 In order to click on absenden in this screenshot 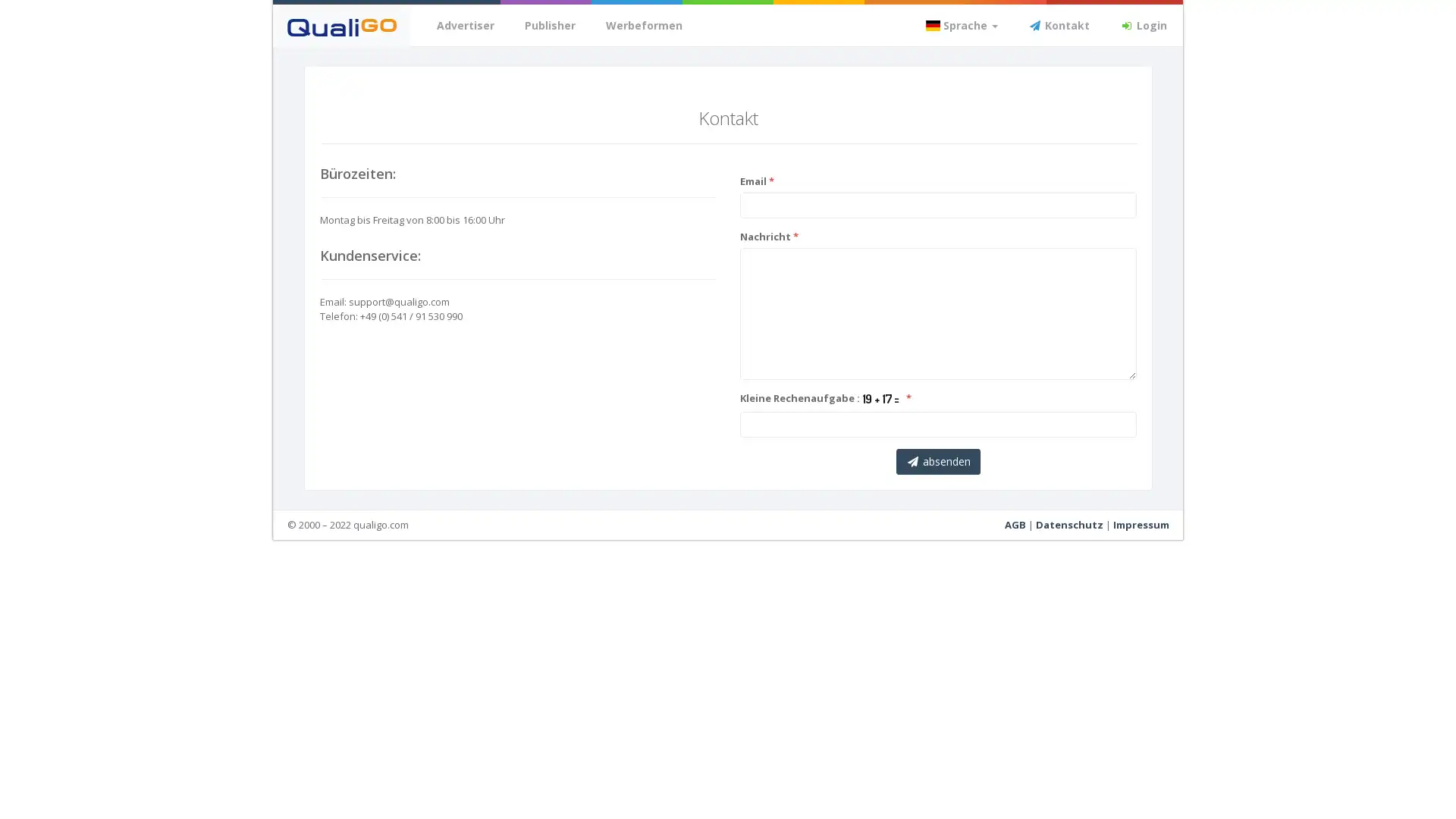, I will do `click(937, 460)`.